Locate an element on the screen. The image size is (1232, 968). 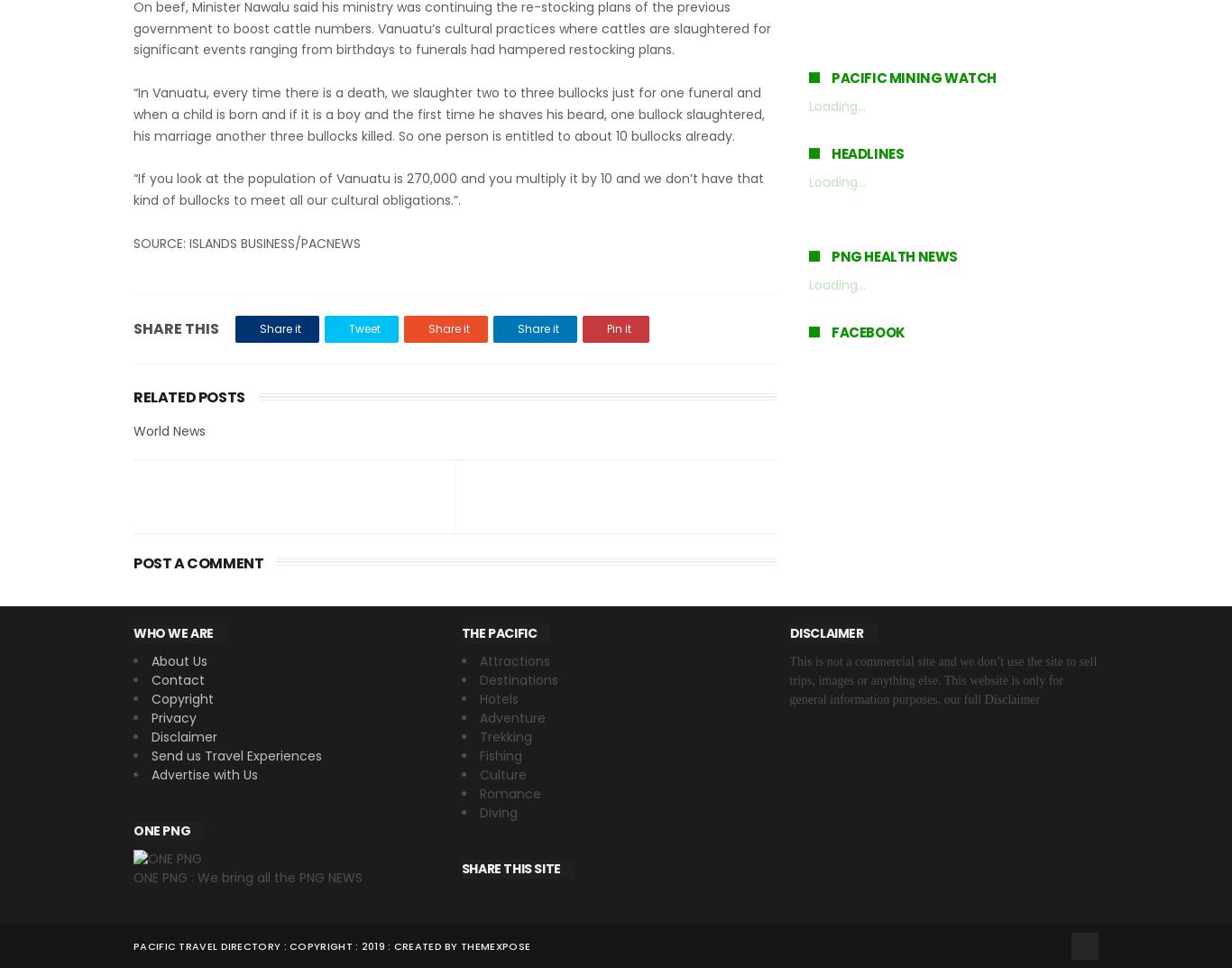
'ONE PNG' is located at coordinates (161, 830).